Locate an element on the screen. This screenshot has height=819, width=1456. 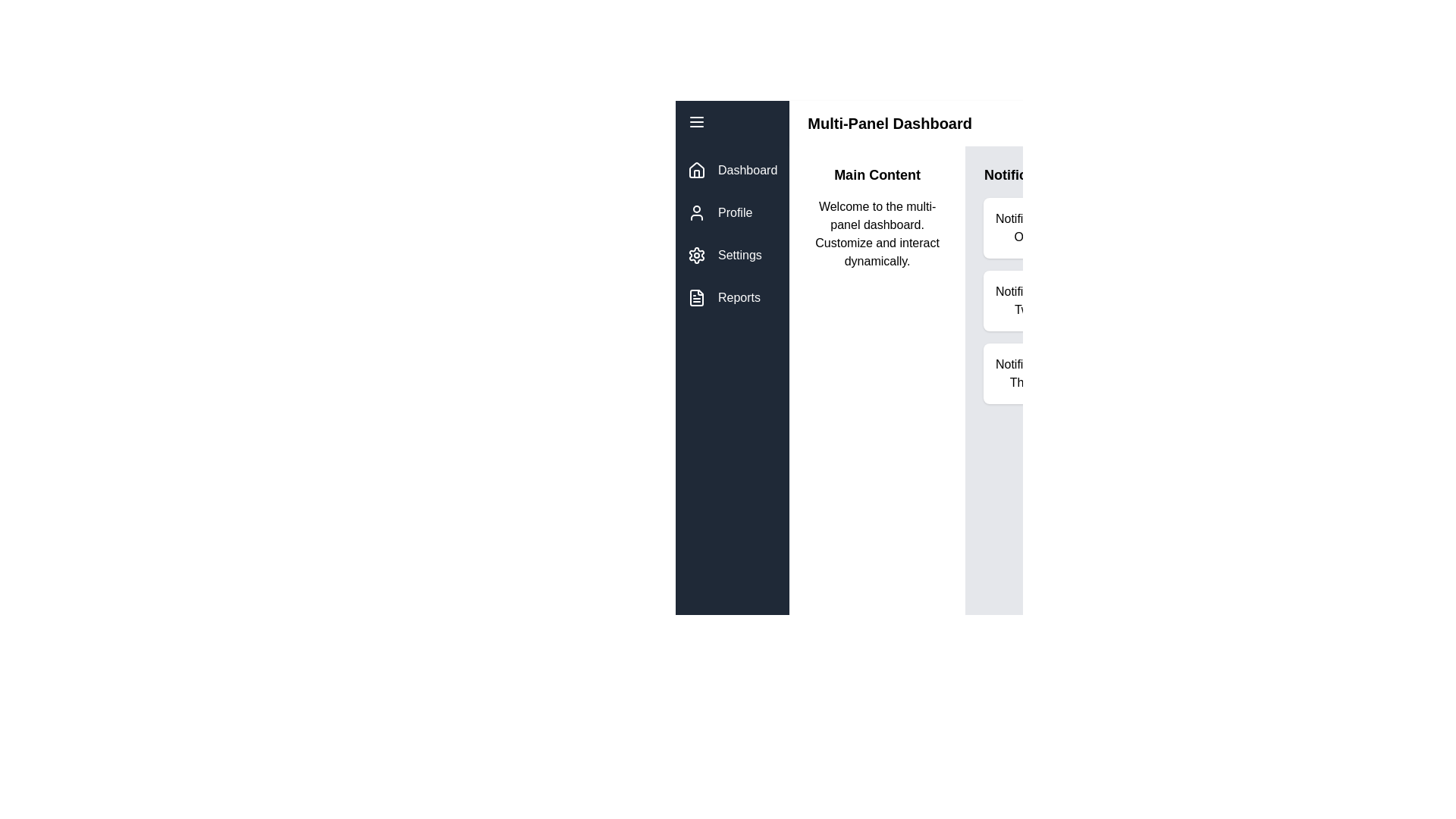
the gear icon in the sidebar navigation panel is located at coordinates (695, 254).